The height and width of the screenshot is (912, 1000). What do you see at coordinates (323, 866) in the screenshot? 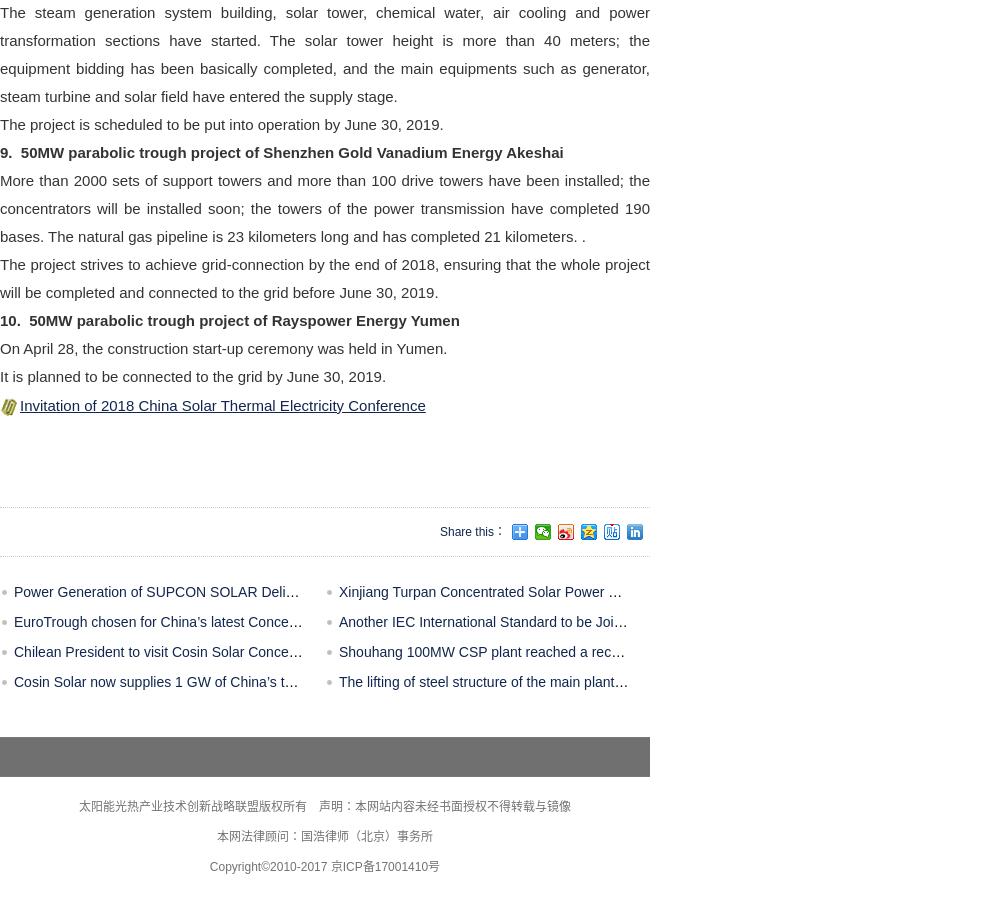
I see `'Copyright©2010-2017 京ICP备17001410号'` at bounding box center [323, 866].